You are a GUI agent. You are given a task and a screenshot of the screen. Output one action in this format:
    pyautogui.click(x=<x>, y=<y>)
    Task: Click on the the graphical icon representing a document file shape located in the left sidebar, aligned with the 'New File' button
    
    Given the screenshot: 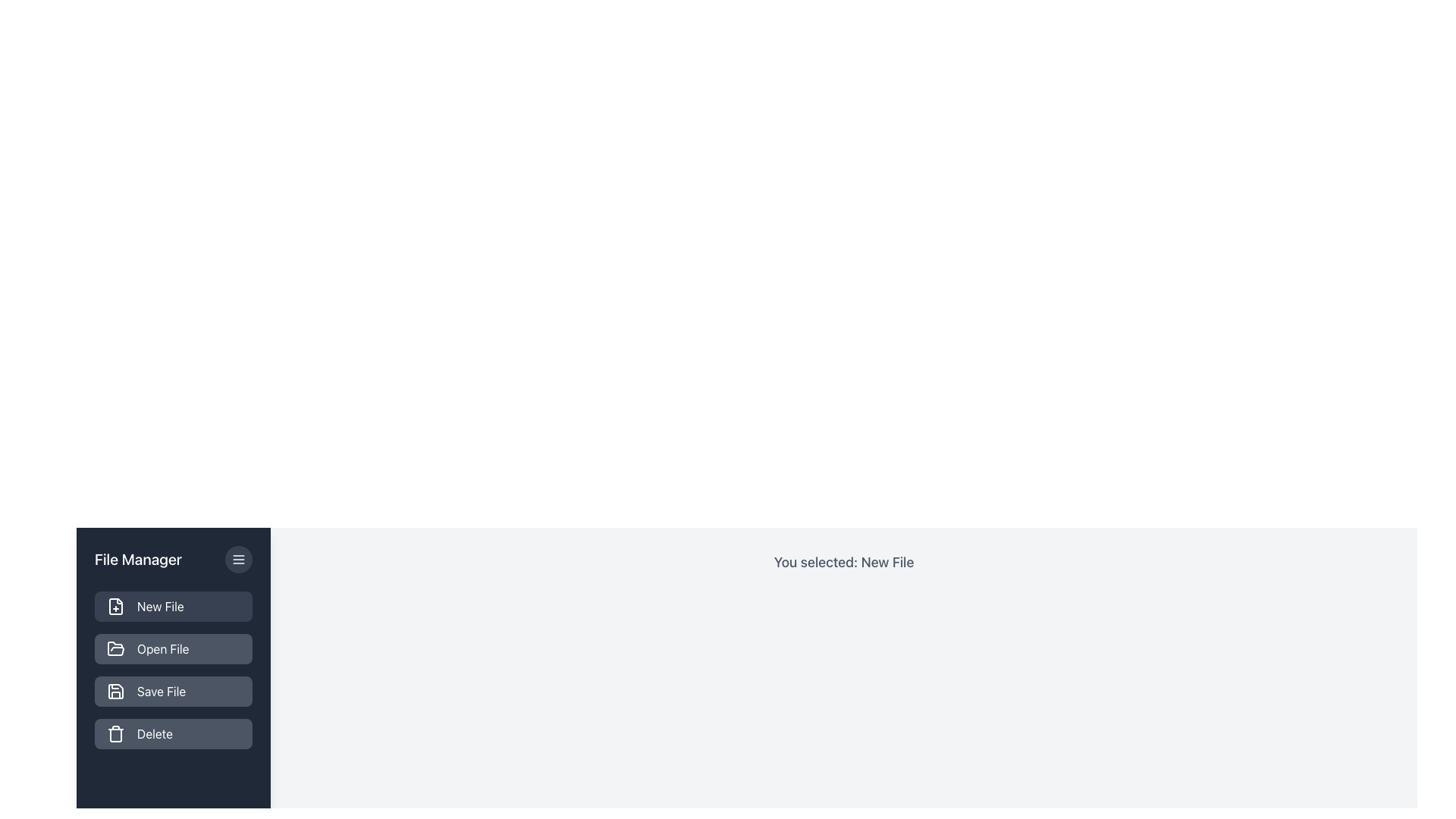 What is the action you would take?
    pyautogui.click(x=115, y=605)
    